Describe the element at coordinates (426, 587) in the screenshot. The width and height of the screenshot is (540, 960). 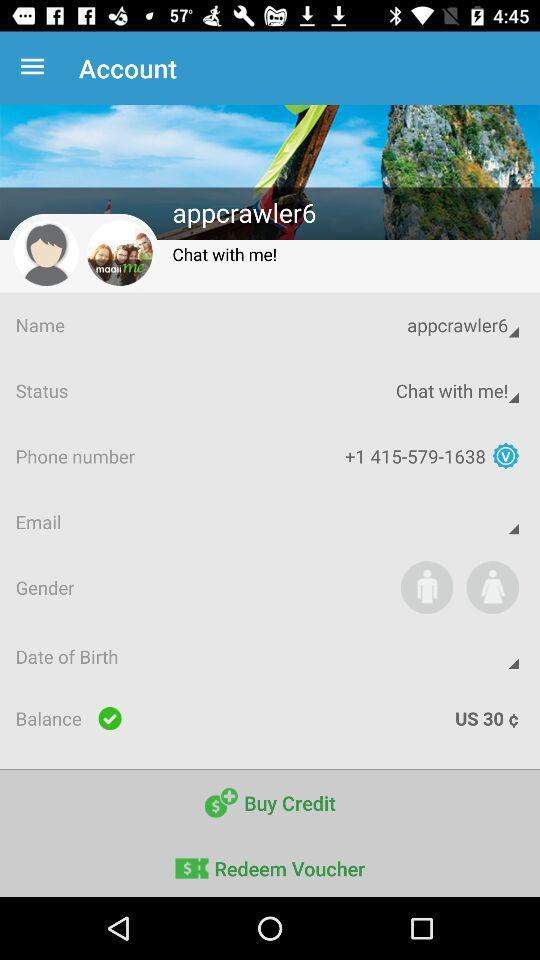
I see `the app next to the gender app` at that location.